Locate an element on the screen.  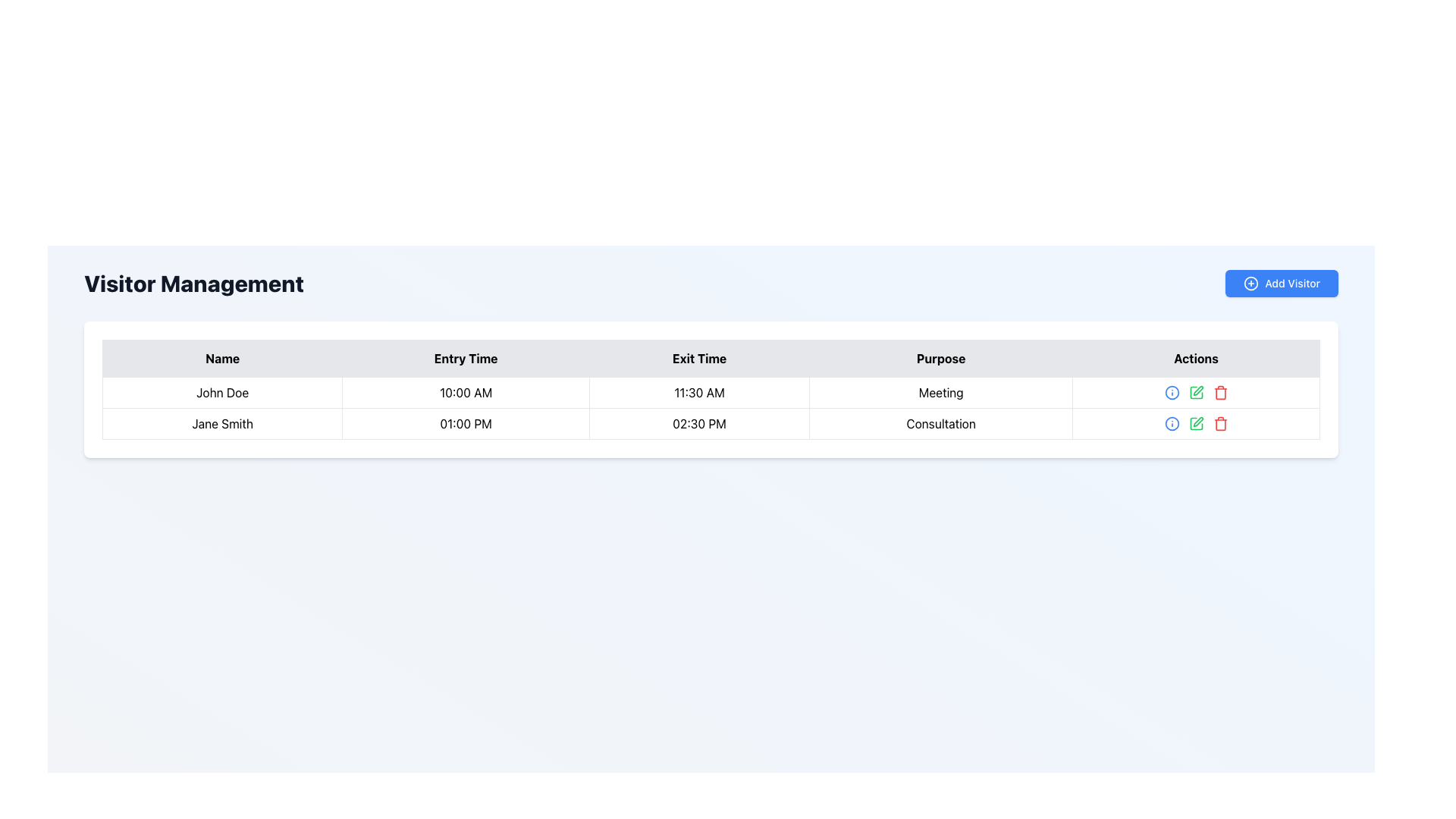
the button located is located at coordinates (1195, 391).